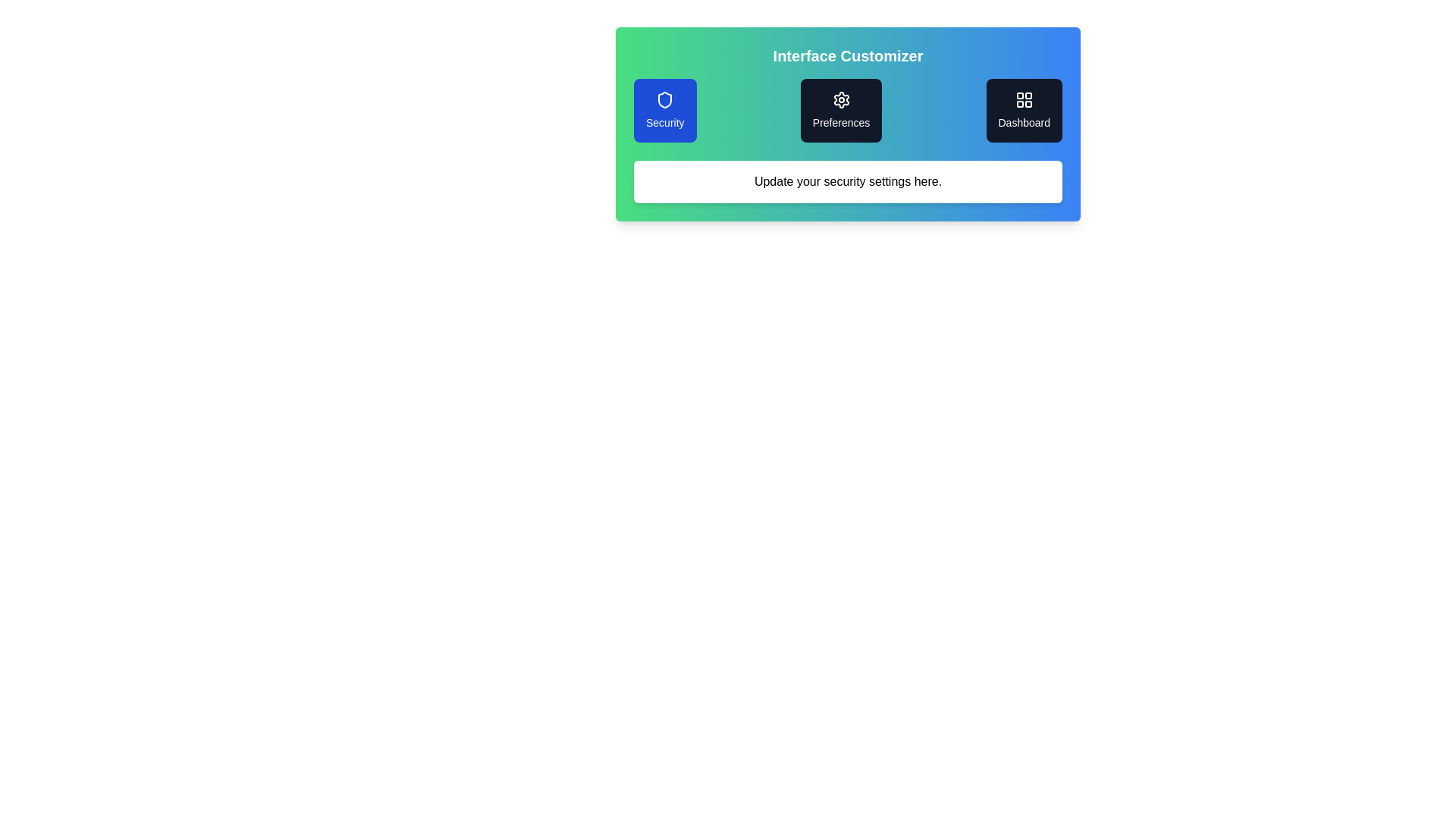 This screenshot has height=819, width=1456. What do you see at coordinates (840, 110) in the screenshot?
I see `the 'Preferences' button, which is a rectangular button with a rounded corner design, dark background, white settings icon at the top, and 'Preferences' label in white text at the bottom, positioned centrally between the 'Security' and 'Dashboard' buttons` at bounding box center [840, 110].